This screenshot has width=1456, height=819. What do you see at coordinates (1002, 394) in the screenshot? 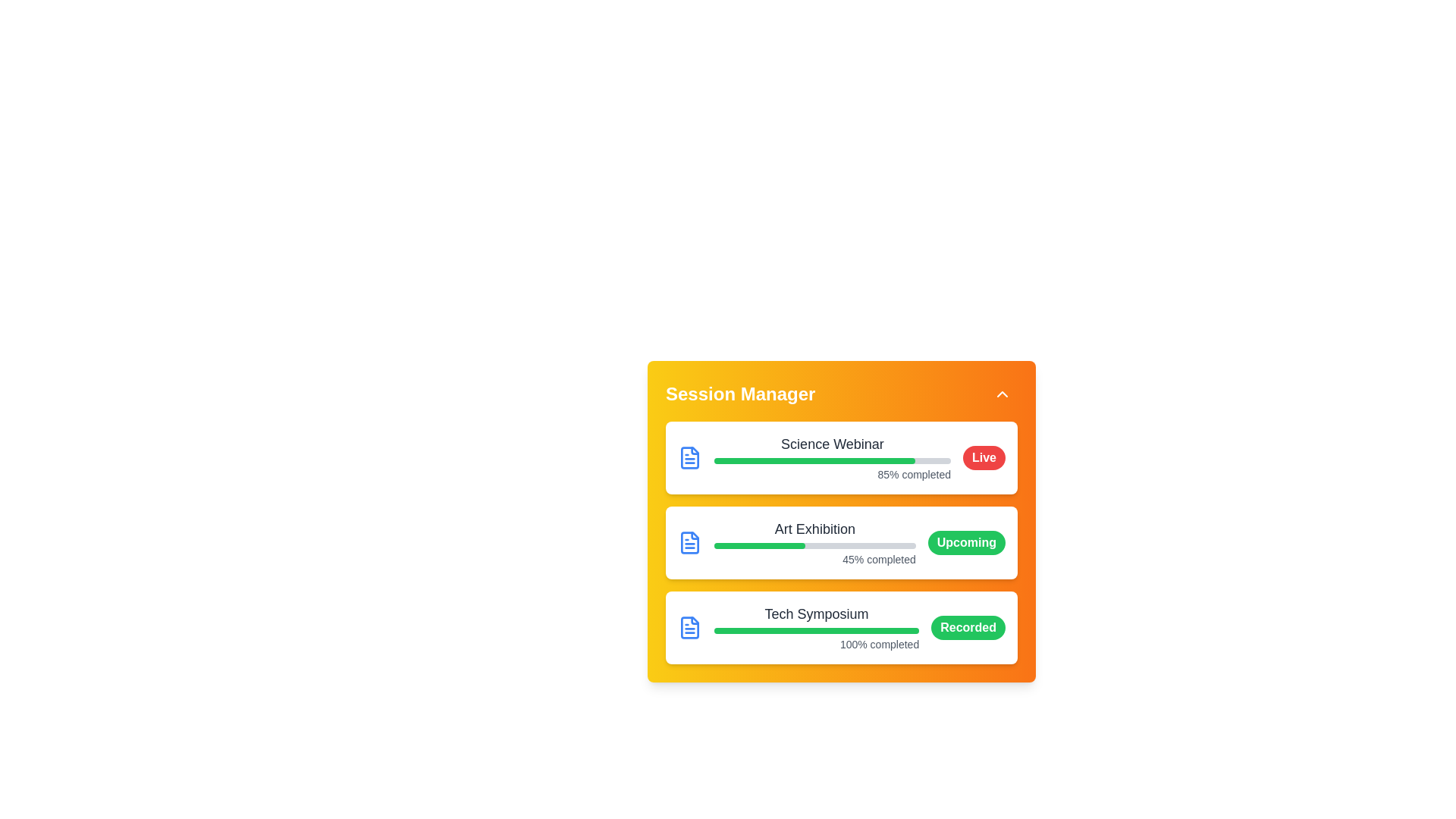
I see `the button that toggles the 'Session Manager' panel visibility, located at the top-right corner of the 'Session Manager' section` at bounding box center [1002, 394].